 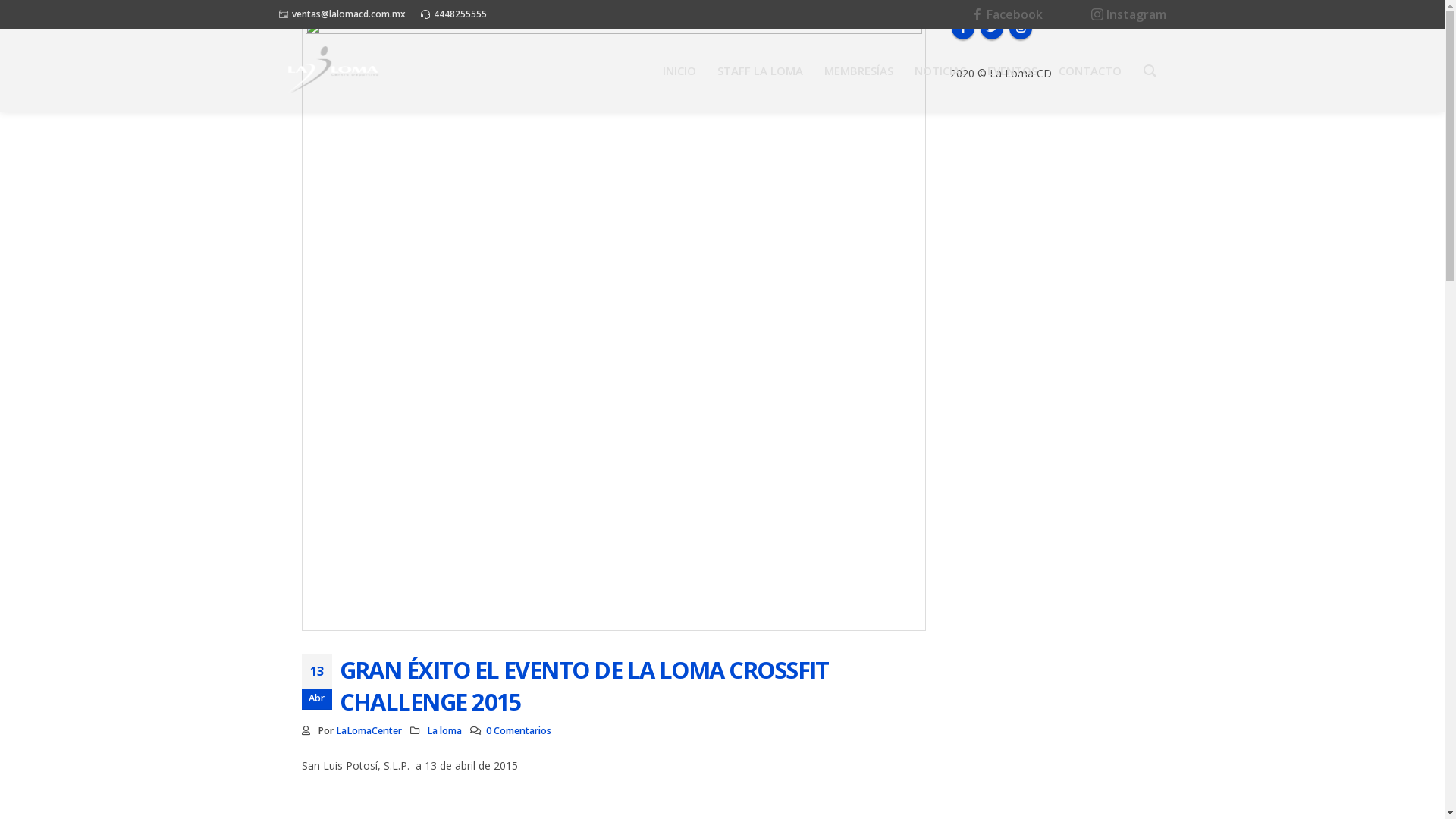 What do you see at coordinates (1090, 14) in the screenshot?
I see `'Instagram'` at bounding box center [1090, 14].